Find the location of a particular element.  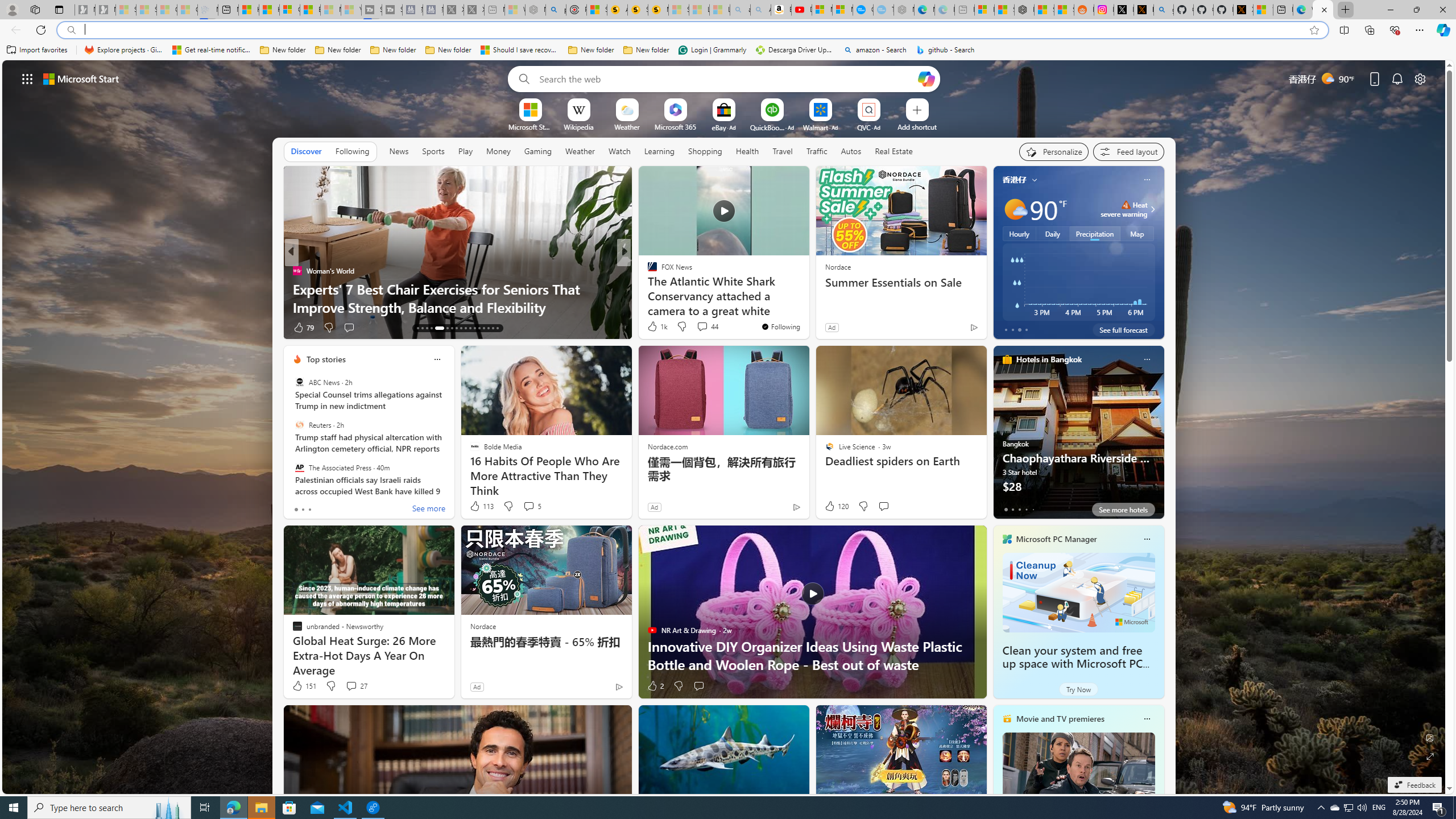

'Discover' is located at coordinates (306, 150).